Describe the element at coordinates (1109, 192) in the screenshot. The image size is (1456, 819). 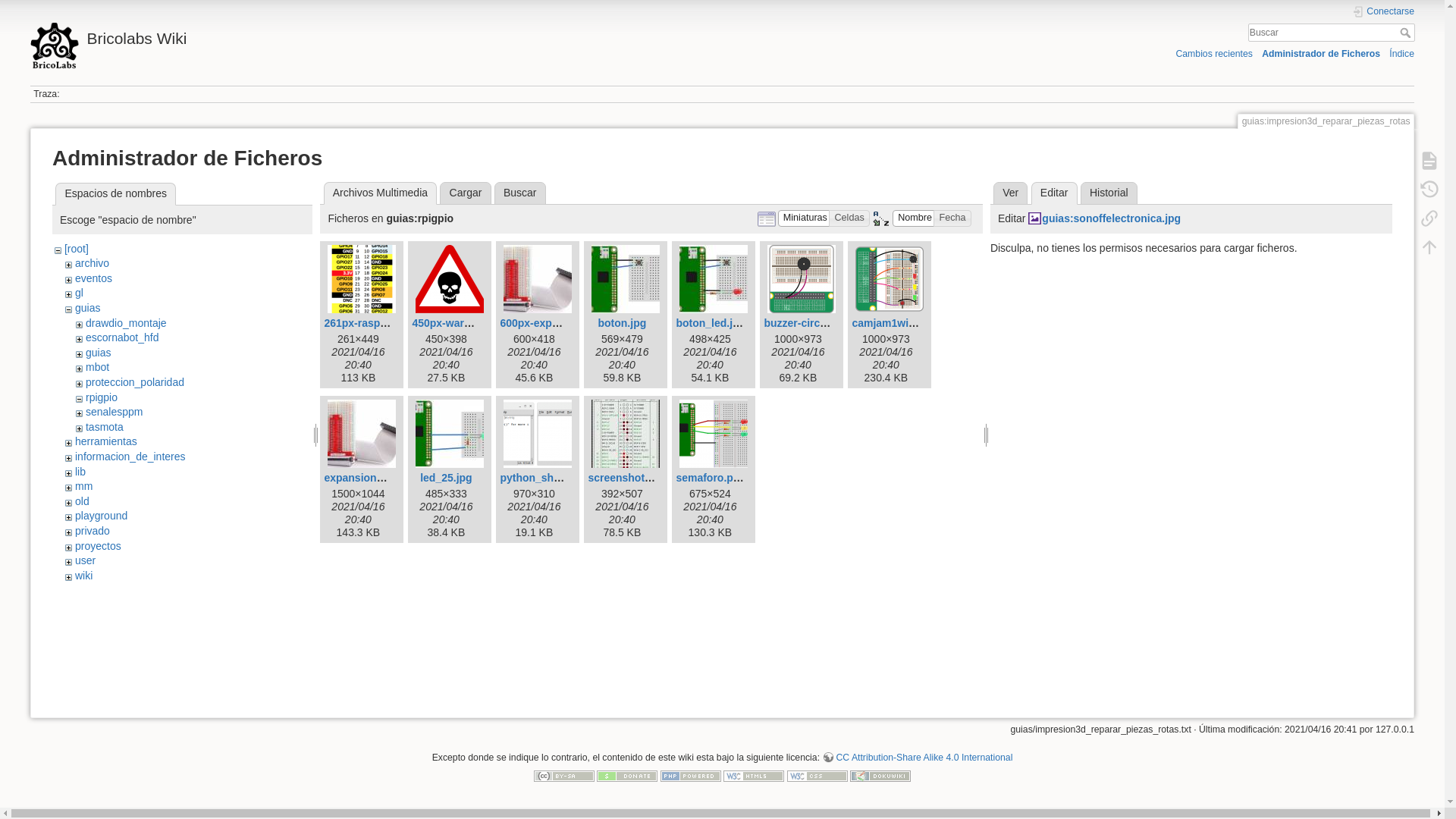
I see `'Historial'` at that location.